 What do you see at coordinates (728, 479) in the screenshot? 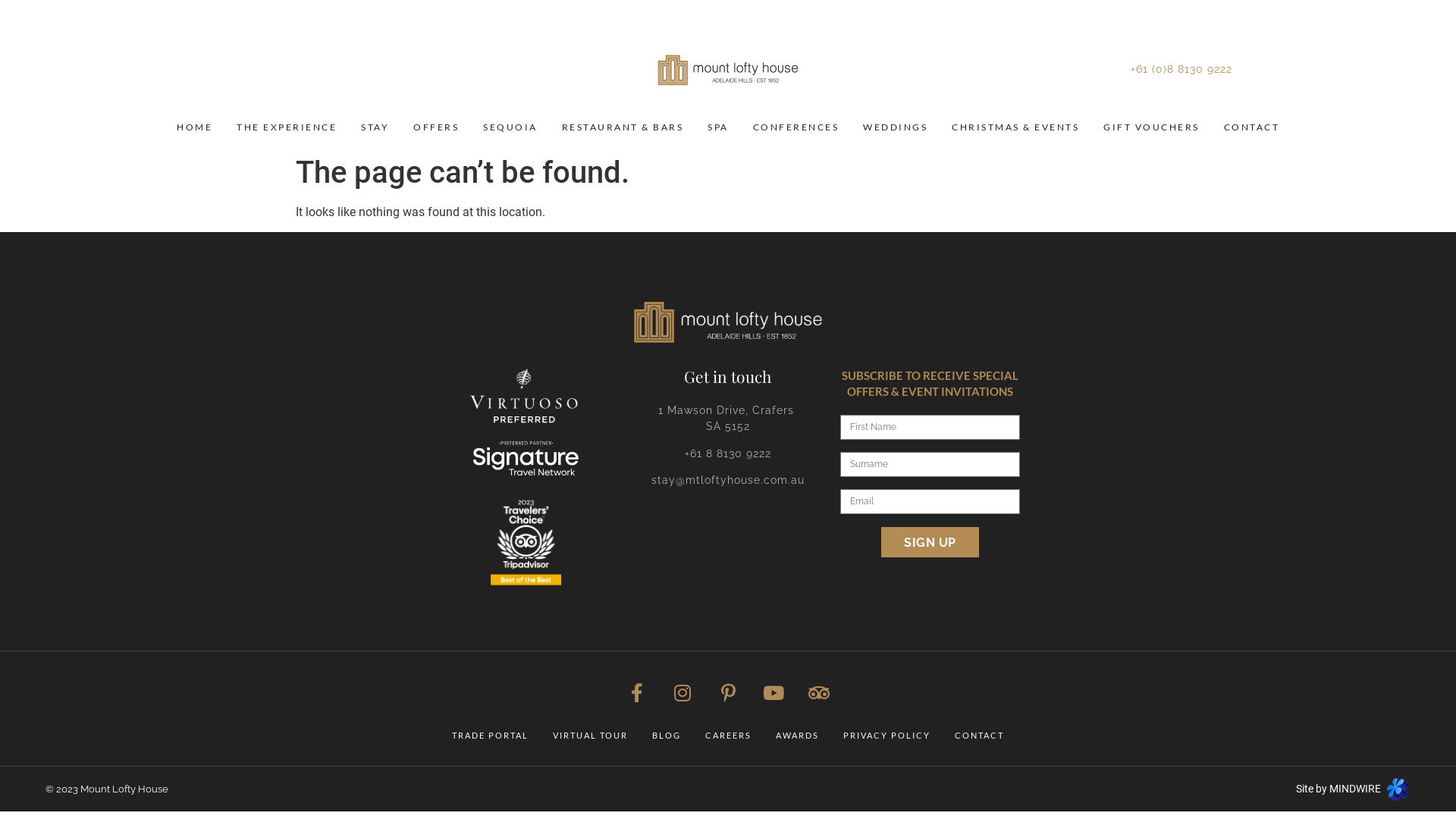
I see `'stay@mtloftyhouse.com.au'` at bounding box center [728, 479].